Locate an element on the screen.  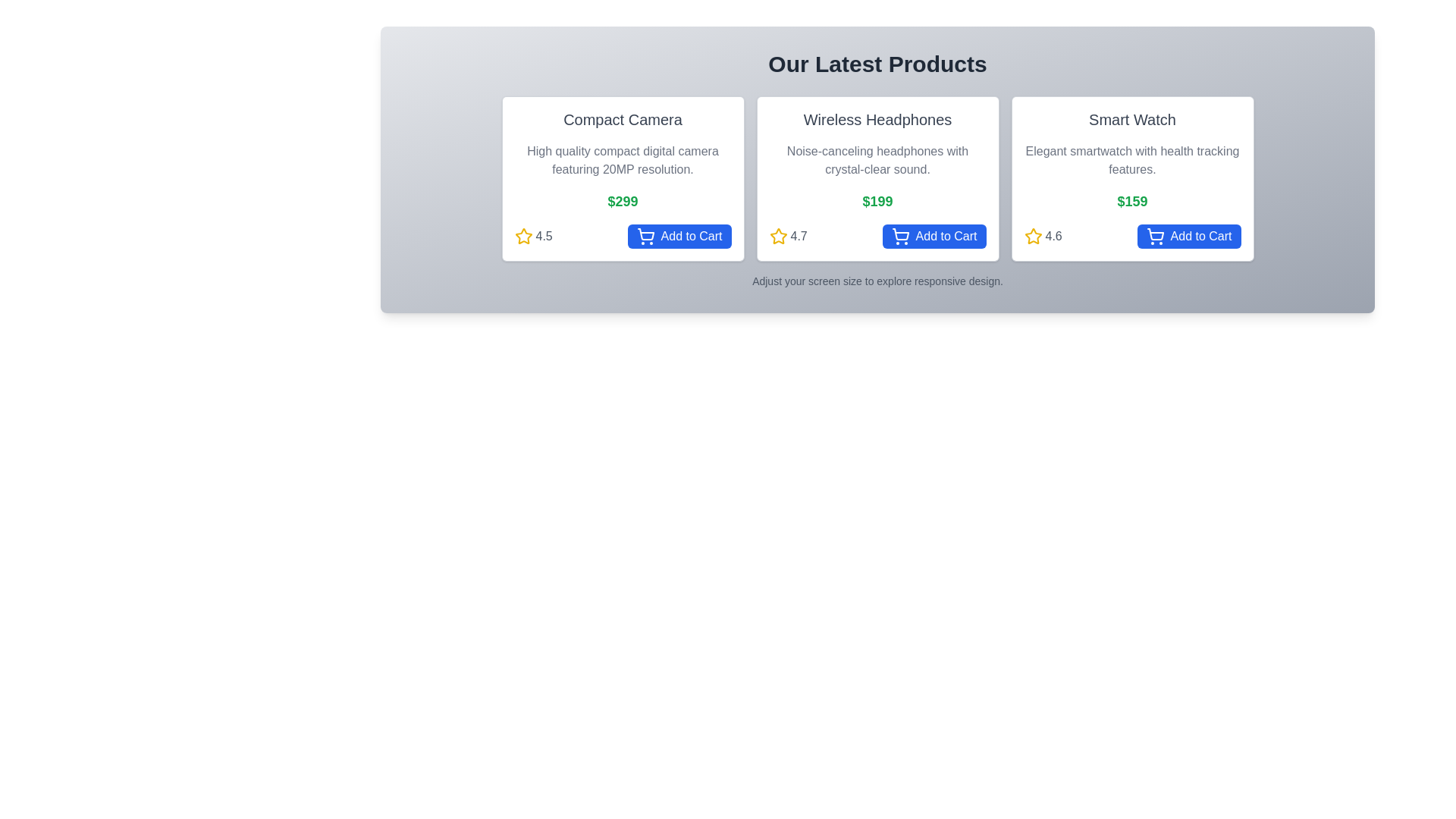
the descriptive text element that highlights the 20MP resolution of the 'Compact Camera' product, located between the title and the price is located at coordinates (623, 161).